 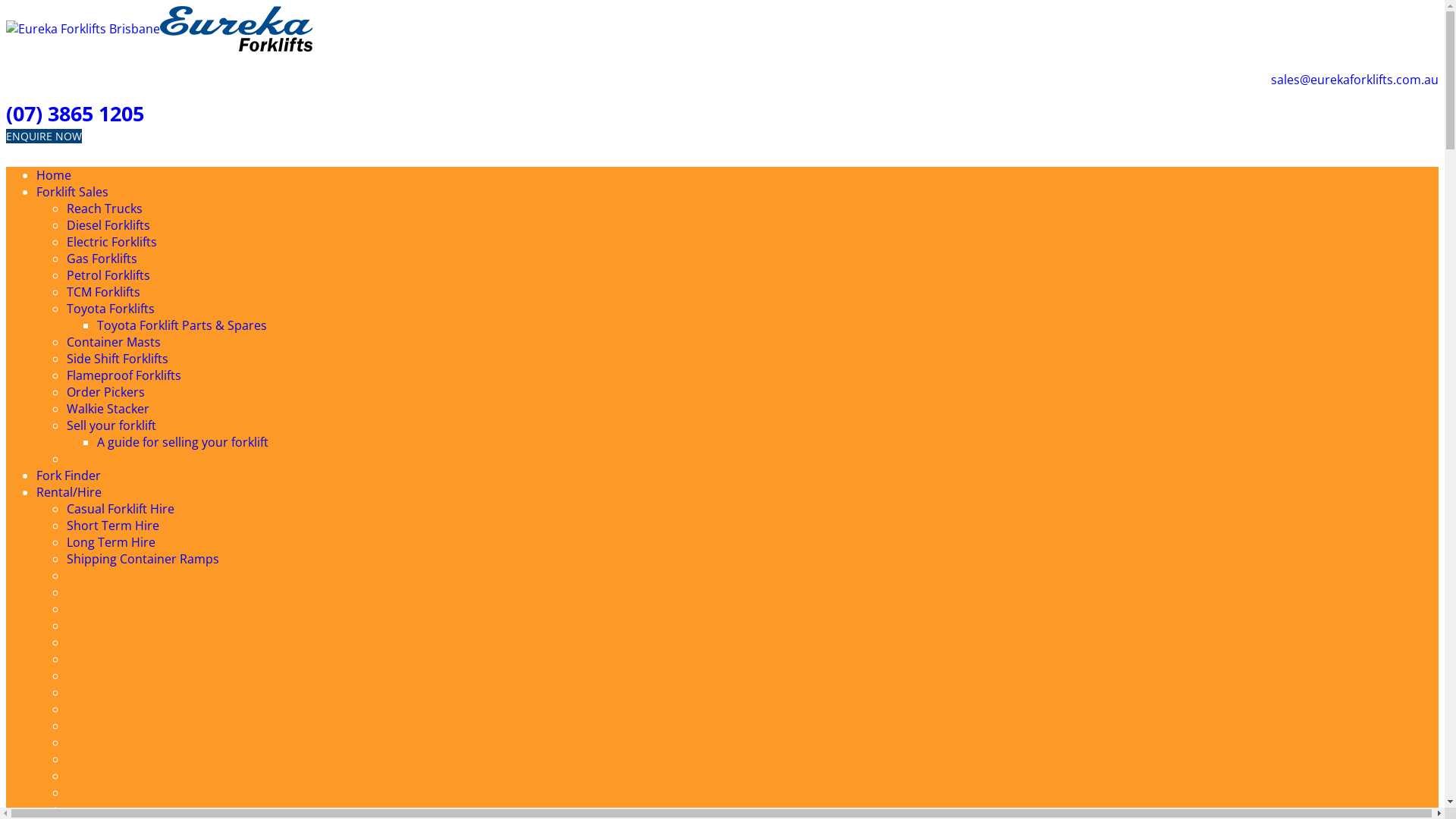 What do you see at coordinates (1354, 79) in the screenshot?
I see `'sales@eurekaforklifts.com.au'` at bounding box center [1354, 79].